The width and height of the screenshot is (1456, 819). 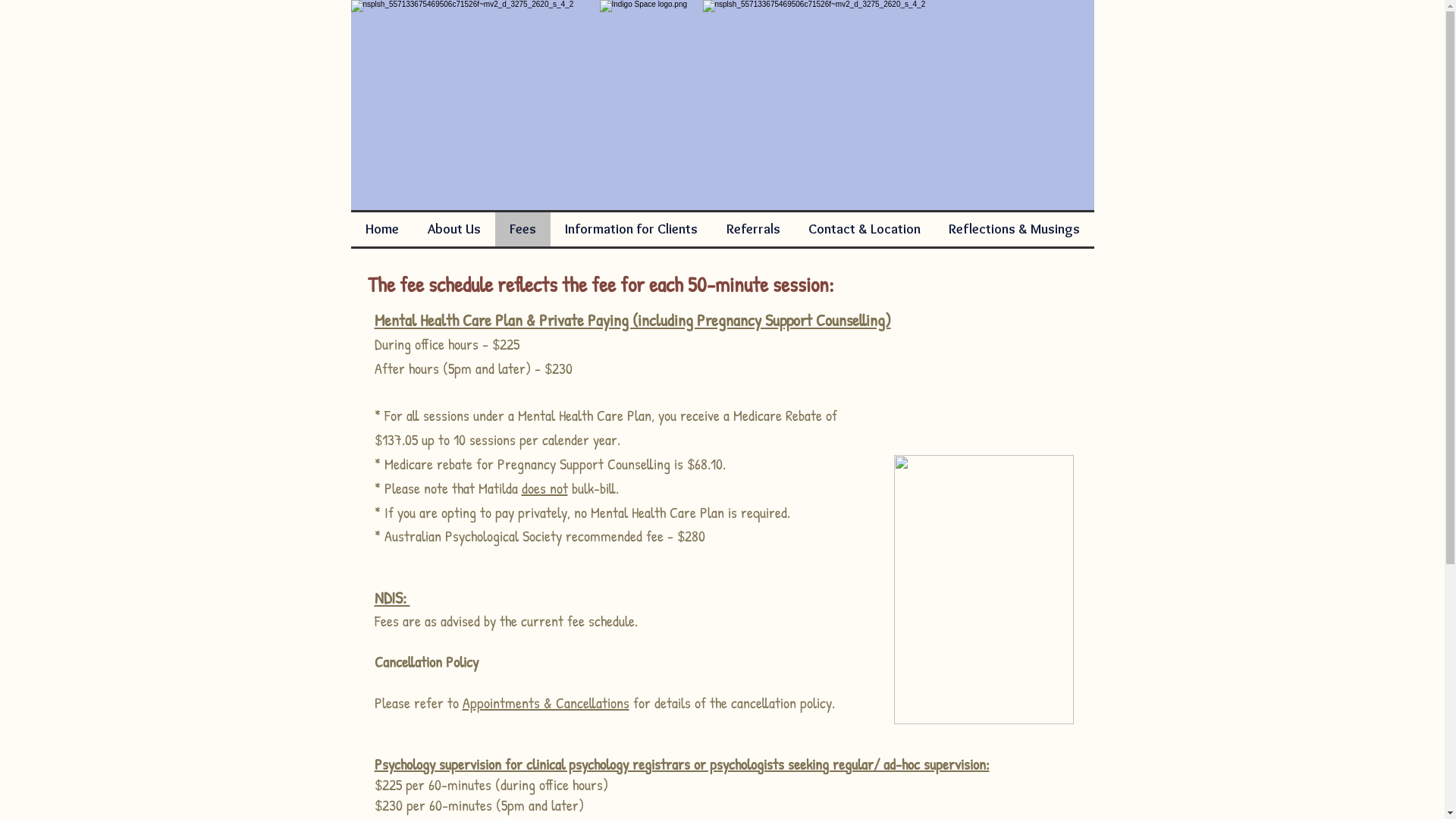 What do you see at coordinates (412, 229) in the screenshot?
I see `'About Us'` at bounding box center [412, 229].